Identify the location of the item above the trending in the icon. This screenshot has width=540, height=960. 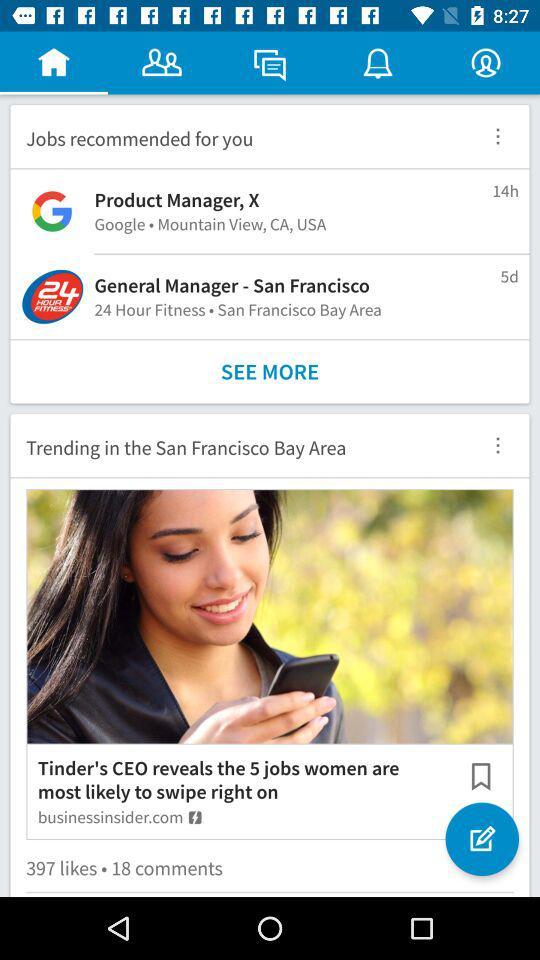
(270, 371).